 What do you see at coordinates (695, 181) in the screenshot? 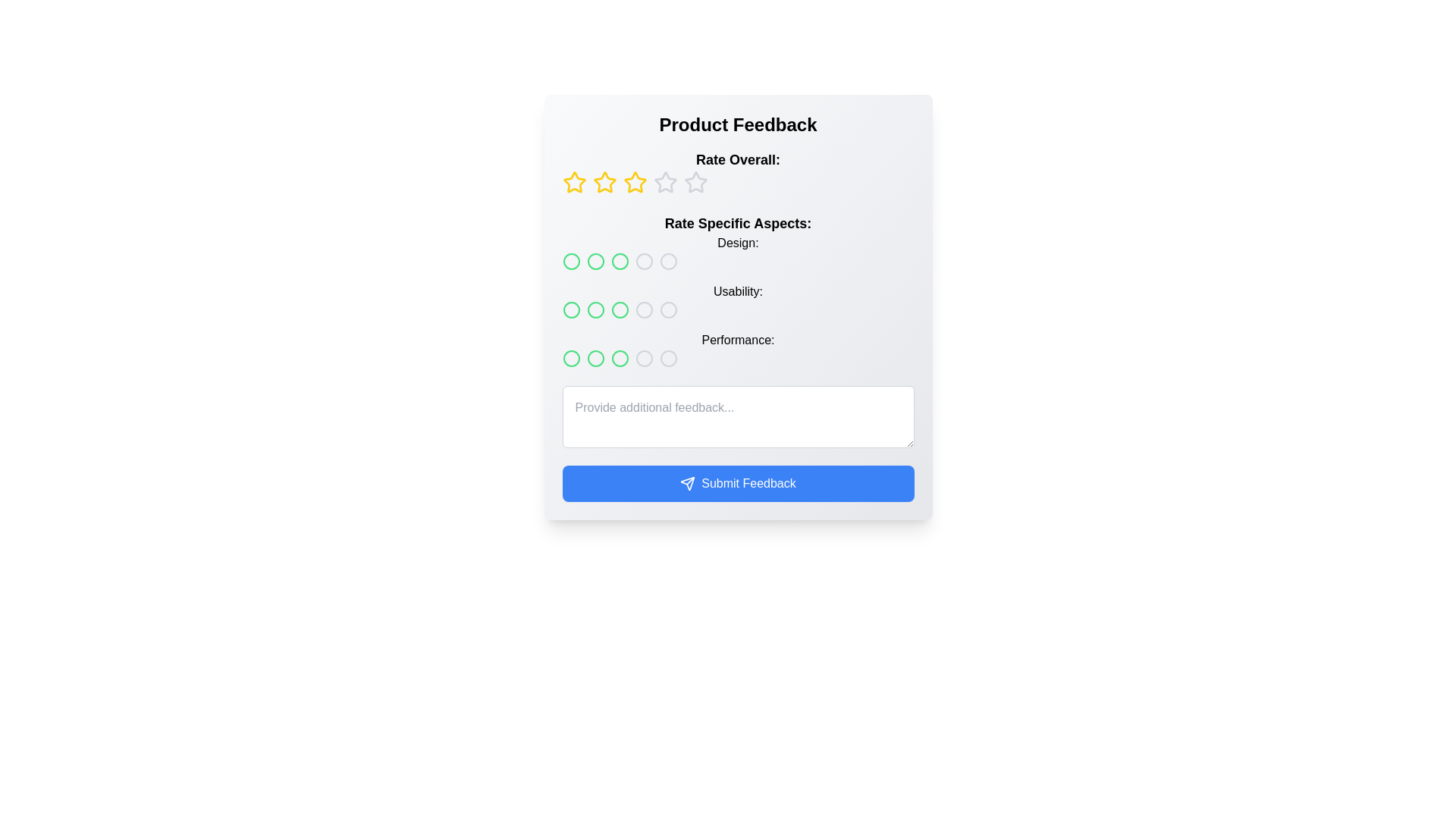
I see `the fourth star icon in the star rating interface` at bounding box center [695, 181].